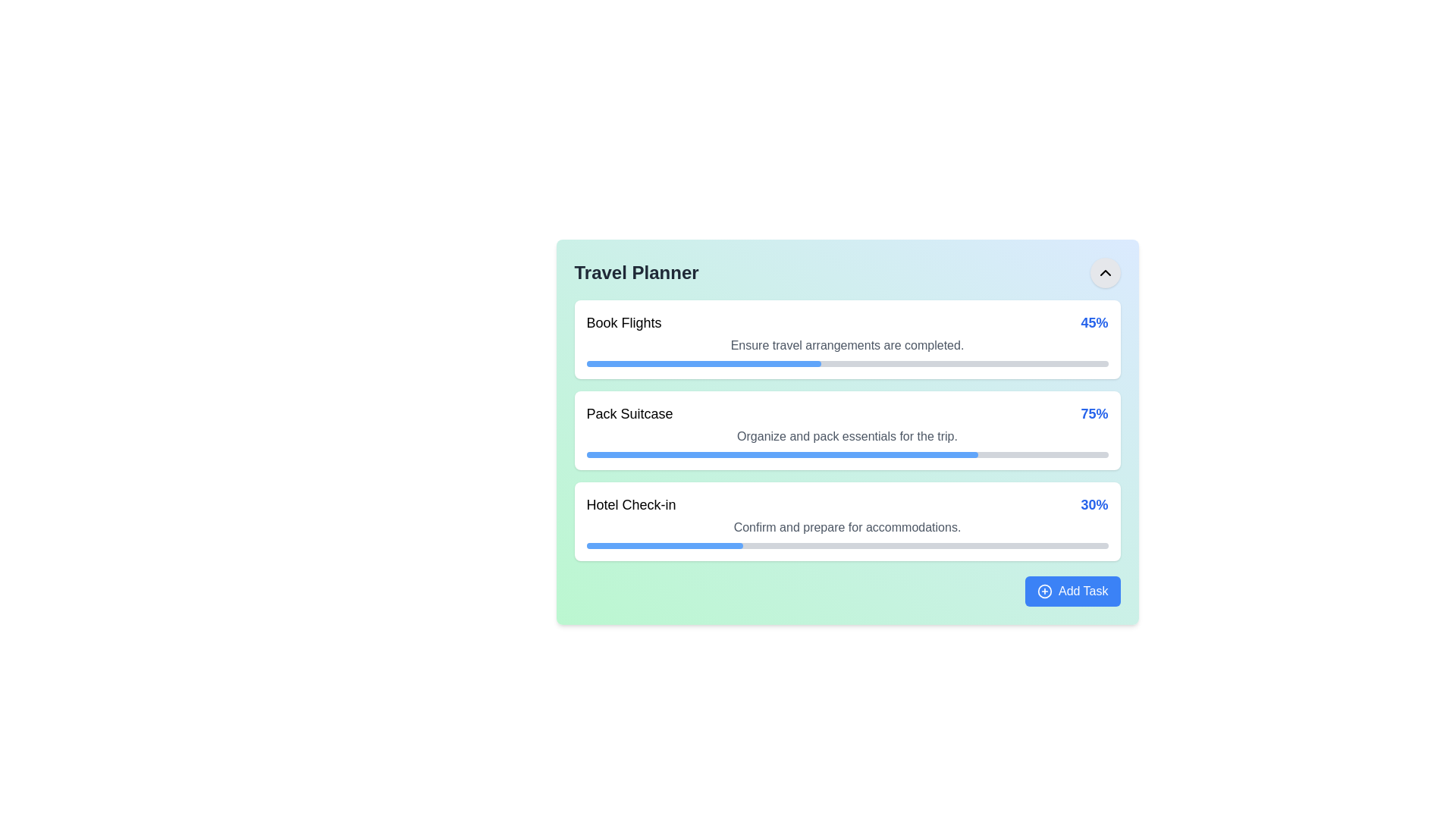 The width and height of the screenshot is (1456, 819). I want to click on the text label displaying 'Organize and pack essentials for the trip.' located within the 'Pack Suitcase' task group, positioned directly below the main title, so click(846, 436).